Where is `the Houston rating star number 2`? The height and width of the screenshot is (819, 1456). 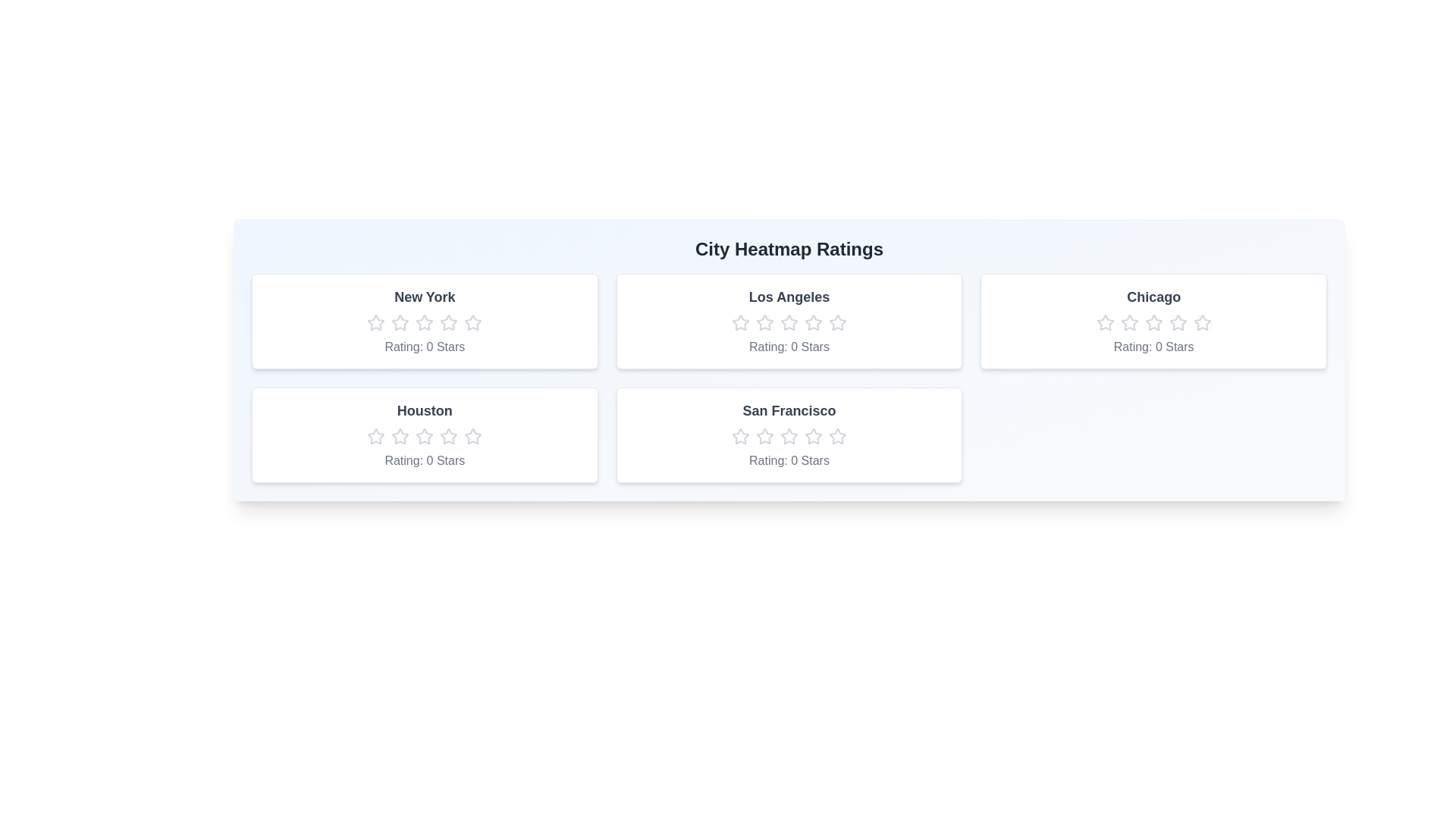 the Houston rating star number 2 is located at coordinates (400, 436).